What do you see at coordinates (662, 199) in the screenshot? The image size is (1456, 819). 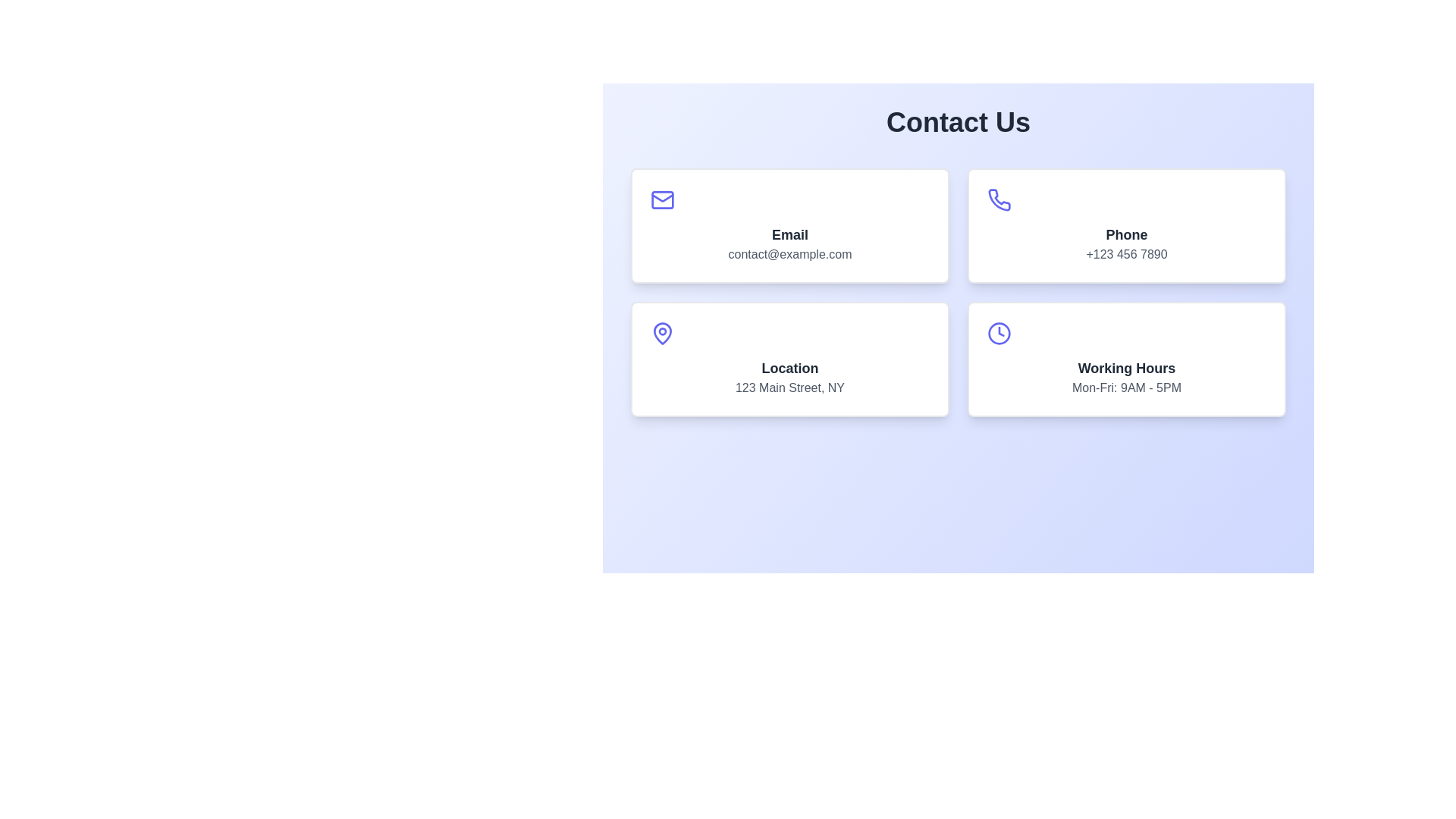 I see `the small, stylized envelope icon located within the 'Email' card interface in the top-left quadrant of the layout` at bounding box center [662, 199].